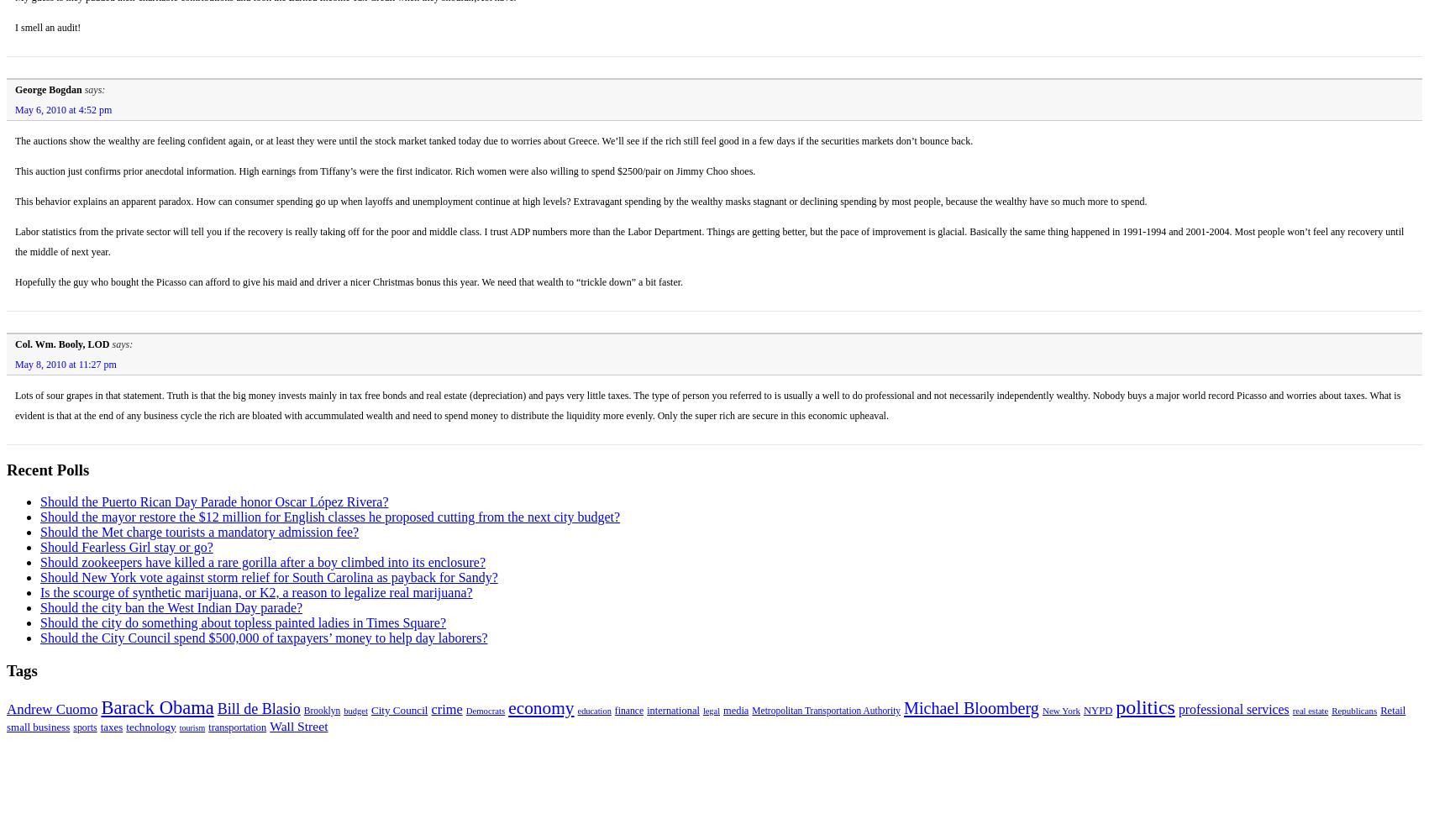 The width and height of the screenshot is (1429, 840). I want to click on 'Brooklyn', so click(302, 709).